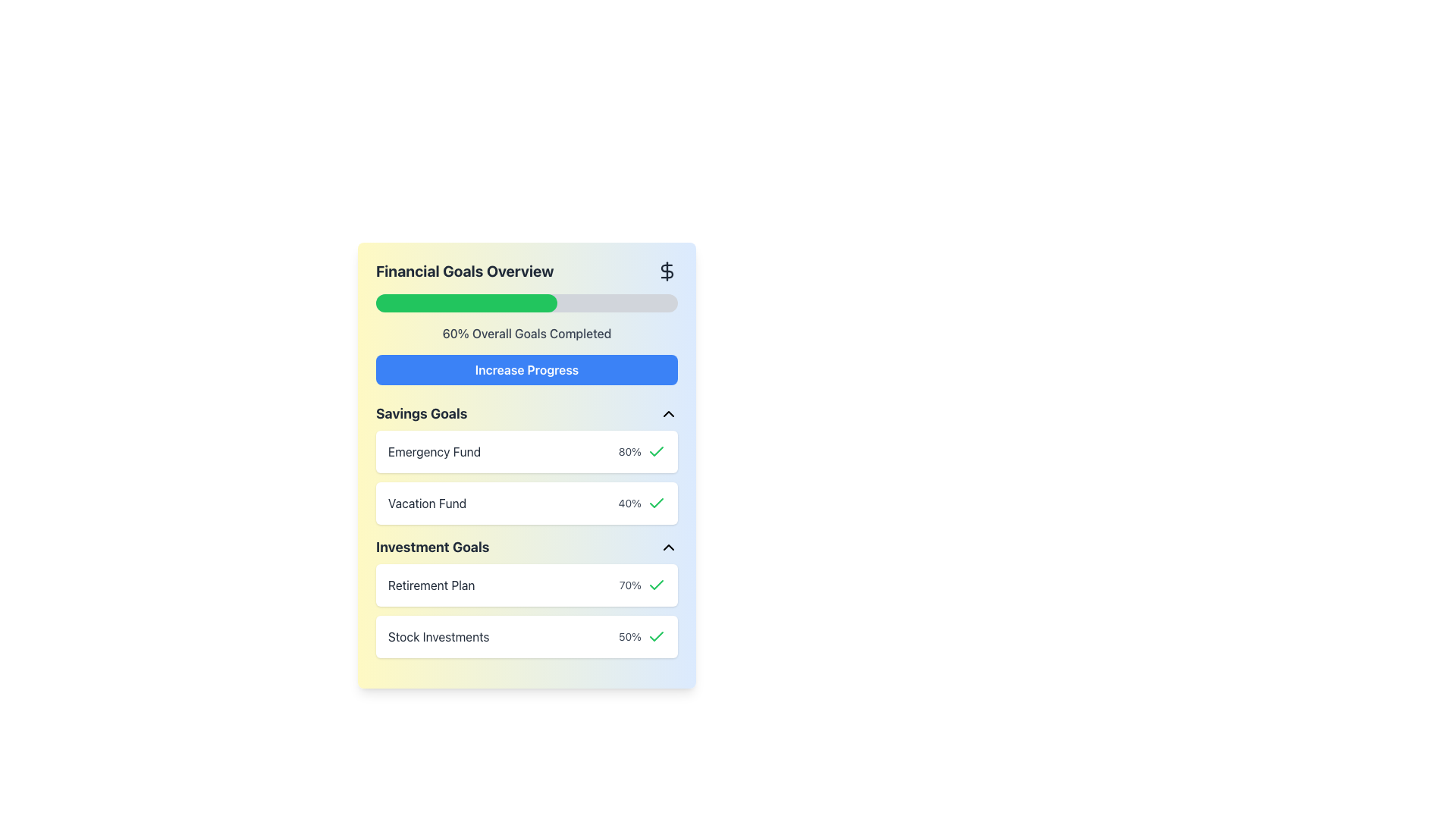  I want to click on progress bar indicating 60% completion towards financial goals, located centrally beneath the heading 'Financial Goals Overview', so click(527, 303).